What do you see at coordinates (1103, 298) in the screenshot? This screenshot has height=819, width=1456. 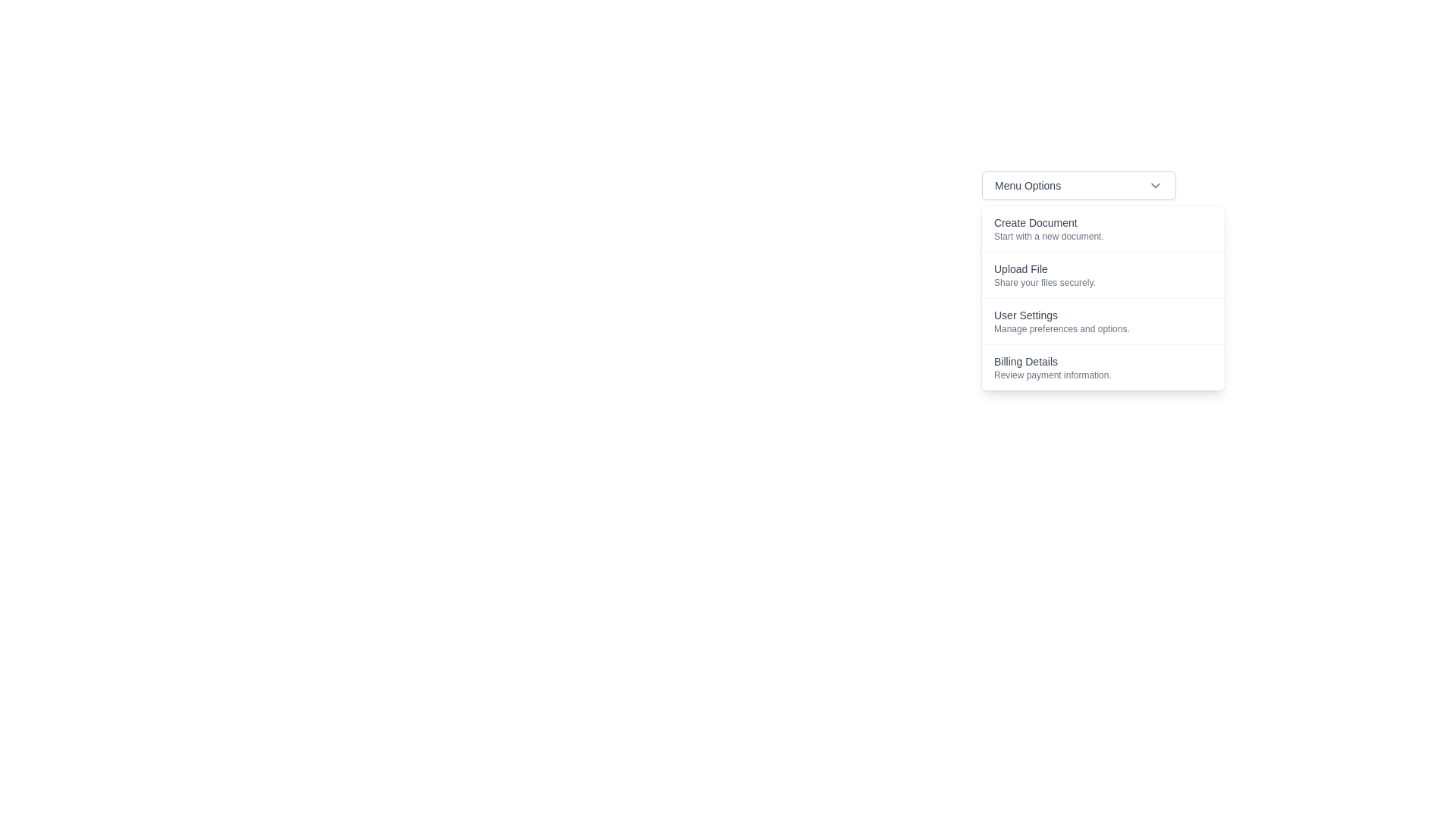 I see `the 'Upload File' dropdown menu item located below the 'Menu Options' button, which is the second item in the dropdown list` at bounding box center [1103, 298].